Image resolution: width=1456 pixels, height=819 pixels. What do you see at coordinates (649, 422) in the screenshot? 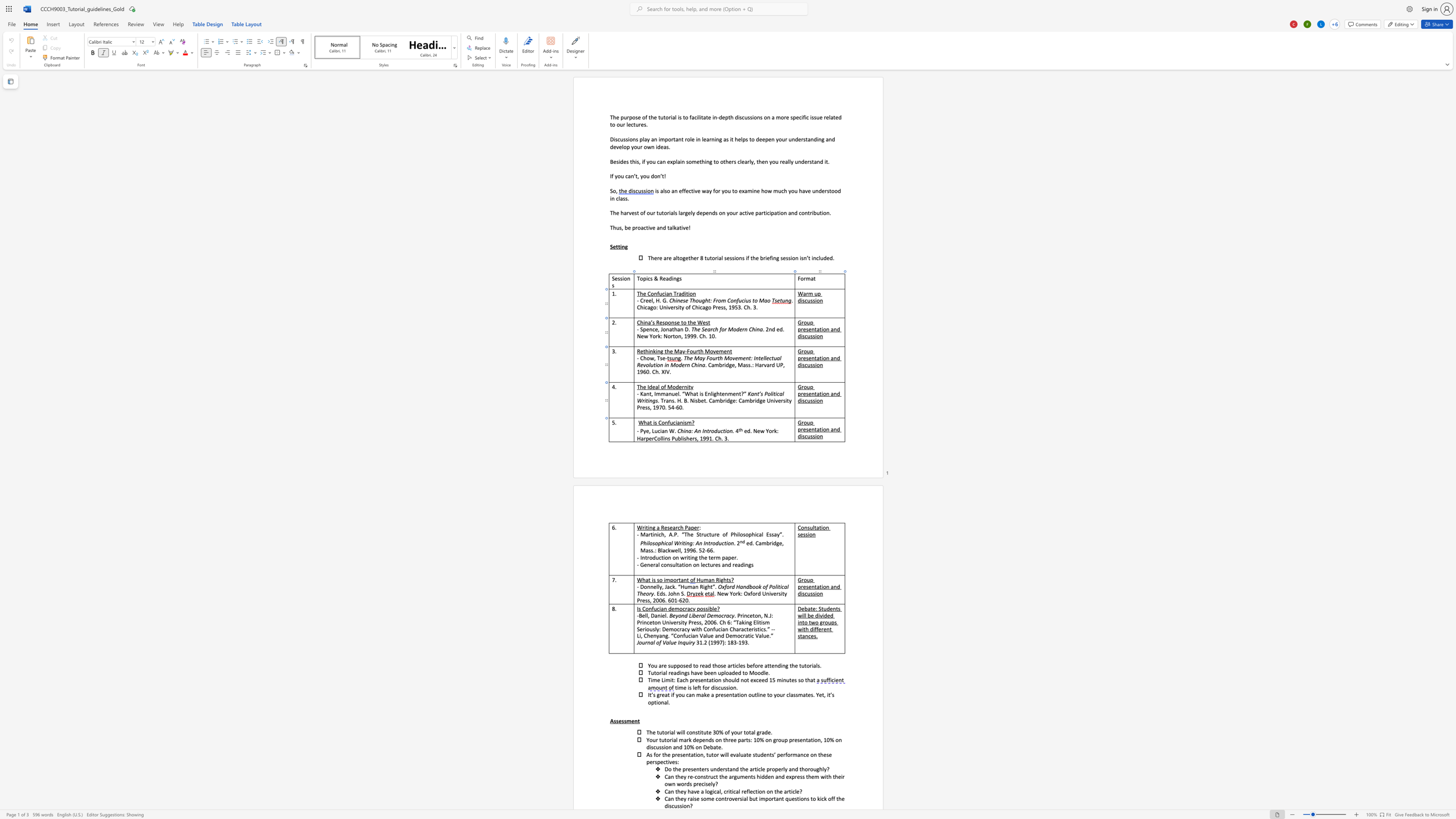
I see `the space between the continuous character "a" and "t" in the text` at bounding box center [649, 422].